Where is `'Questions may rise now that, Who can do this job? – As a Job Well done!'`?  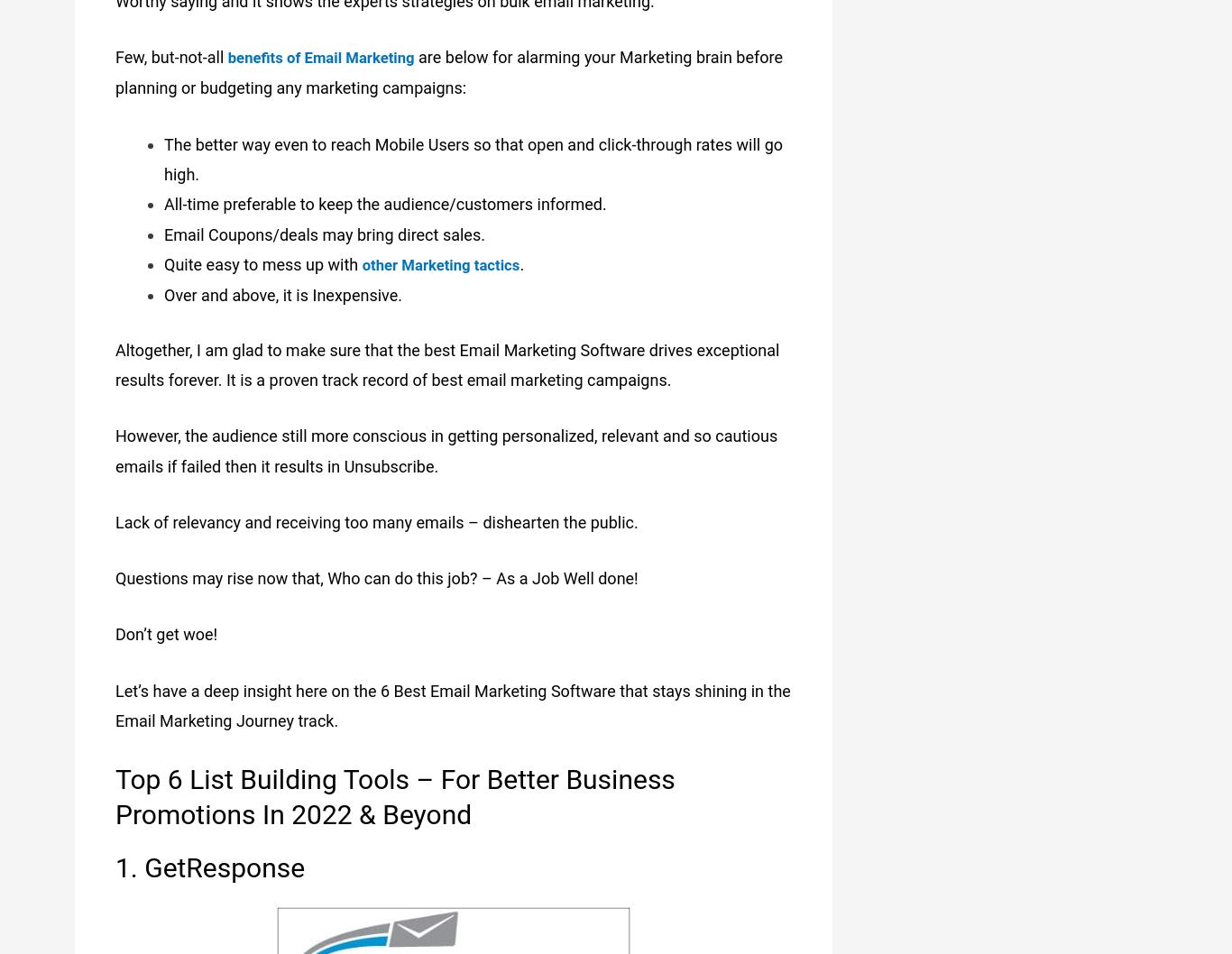
'Questions may rise now that, Who can do this job? – As a Job Well done!' is located at coordinates (375, 574).